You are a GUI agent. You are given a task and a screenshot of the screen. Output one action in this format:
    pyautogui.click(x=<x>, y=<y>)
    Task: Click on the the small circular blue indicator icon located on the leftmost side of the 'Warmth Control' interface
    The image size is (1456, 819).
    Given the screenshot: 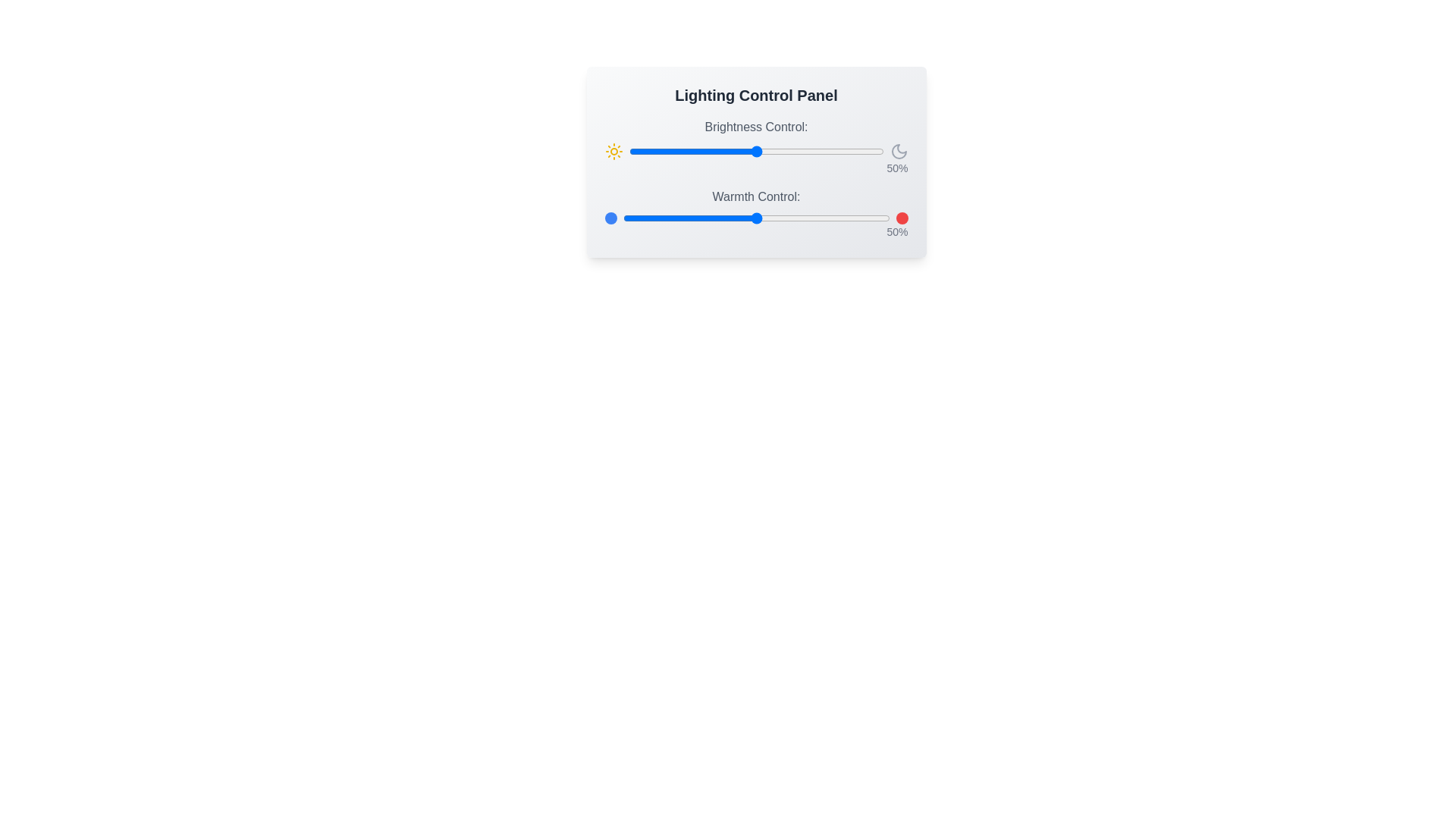 What is the action you would take?
    pyautogui.click(x=610, y=218)
    